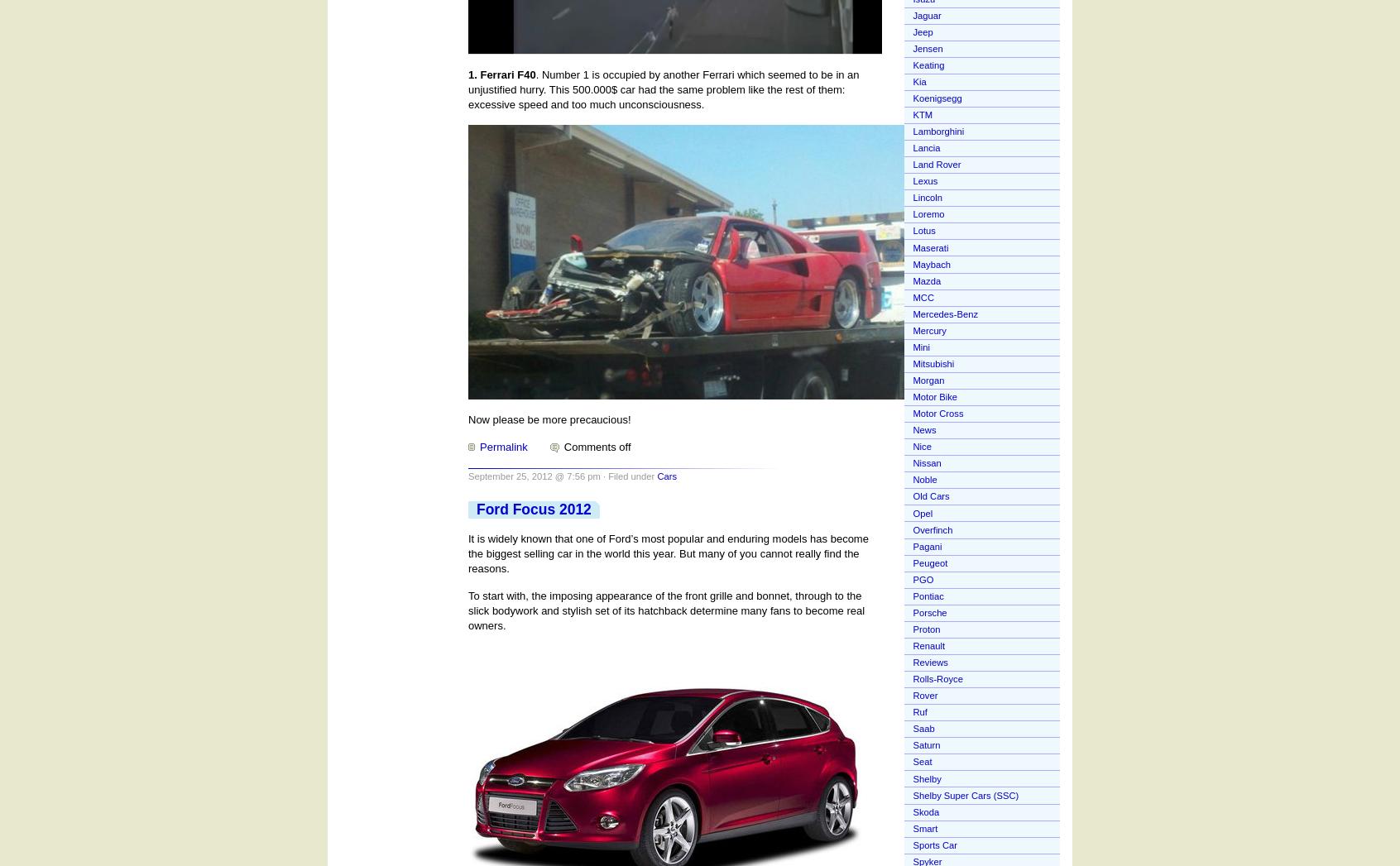 The height and width of the screenshot is (866, 1400). What do you see at coordinates (922, 762) in the screenshot?
I see `'Seat'` at bounding box center [922, 762].